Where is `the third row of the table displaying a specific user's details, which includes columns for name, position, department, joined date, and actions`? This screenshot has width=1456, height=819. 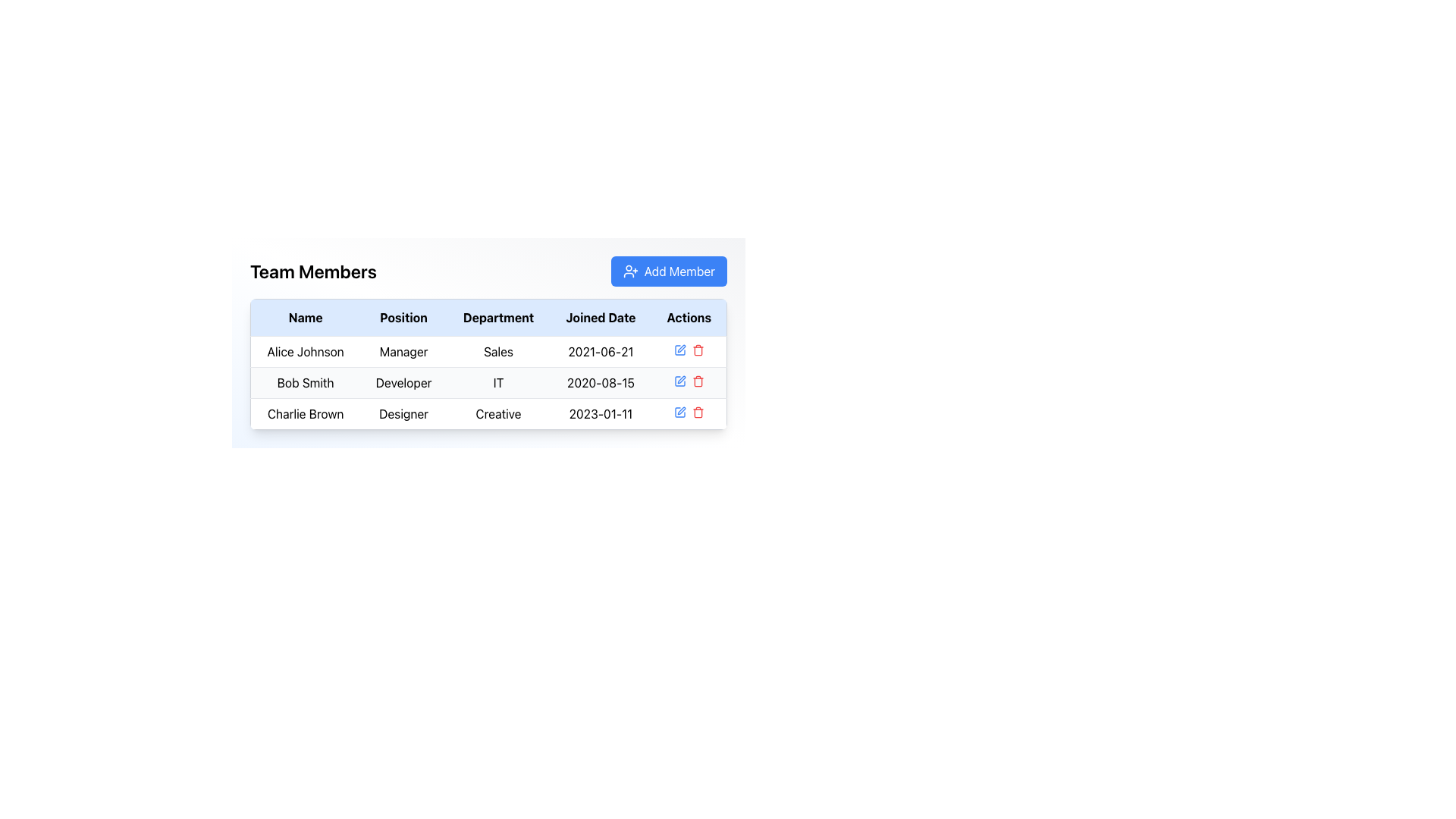
the third row of the table displaying a specific user's details, which includes columns for name, position, department, joined date, and actions is located at coordinates (488, 414).